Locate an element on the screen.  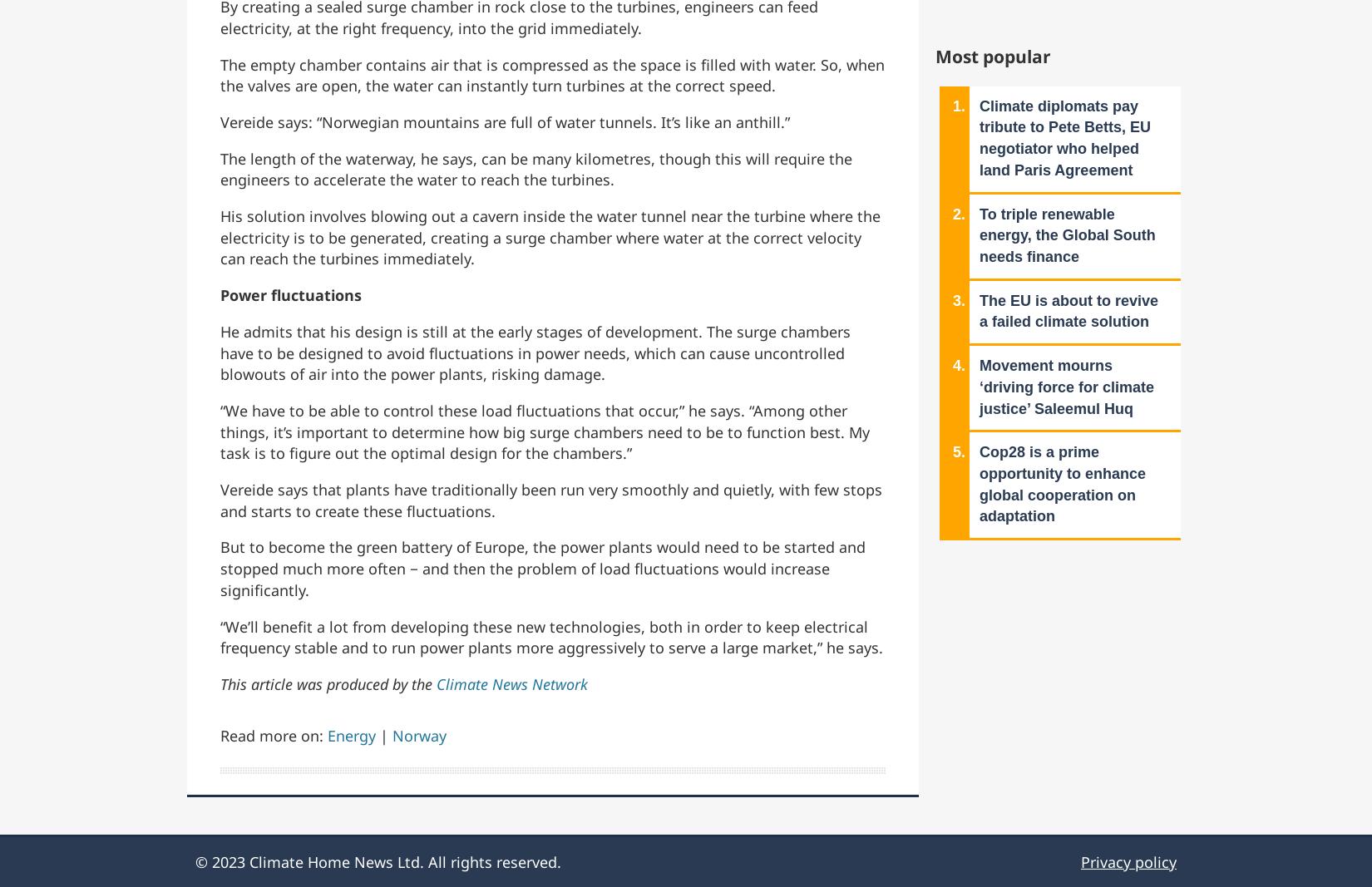
'Privacy policy' is located at coordinates (1128, 862).